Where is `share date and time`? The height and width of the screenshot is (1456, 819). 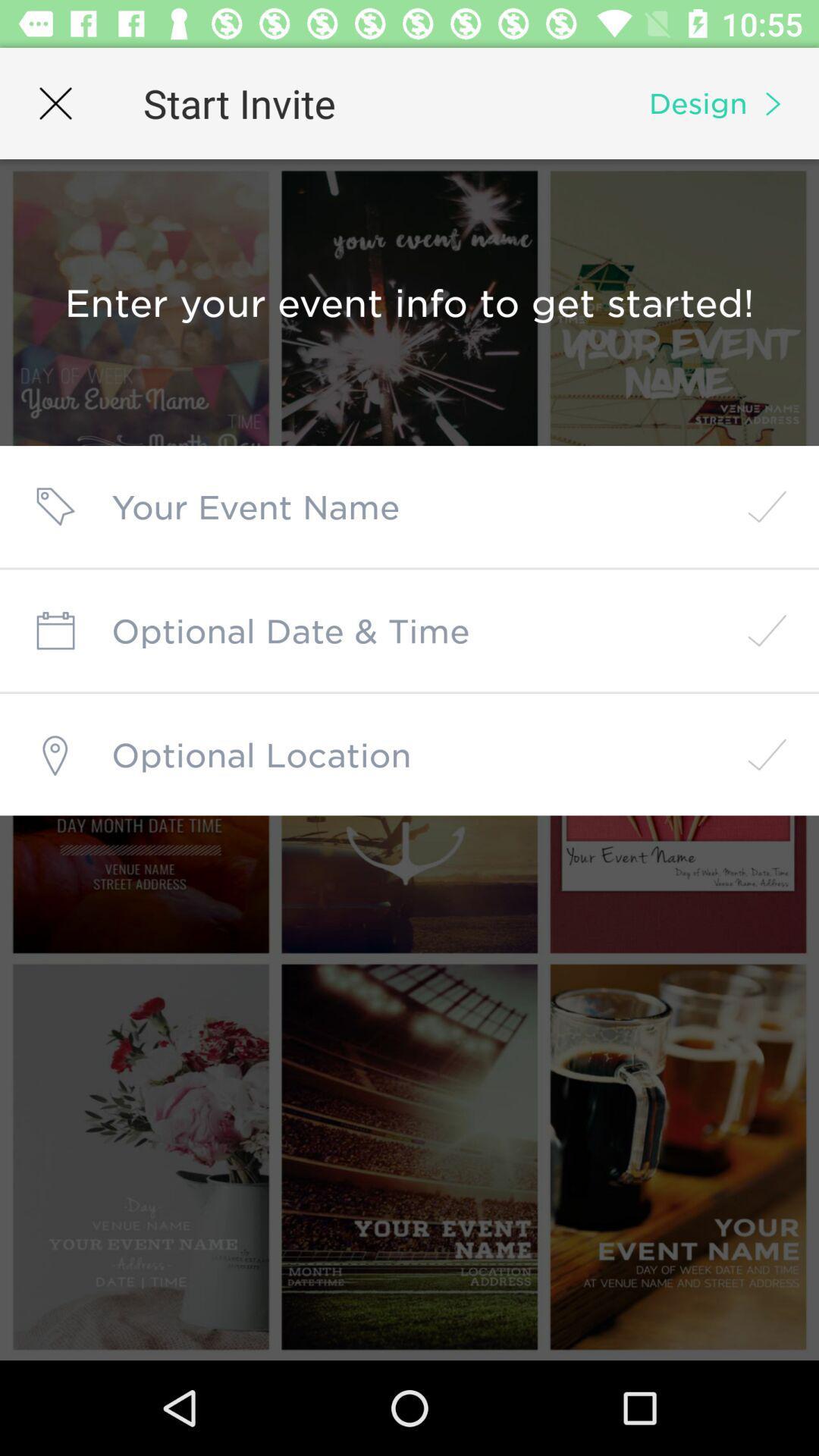 share date and time is located at coordinates (409, 630).